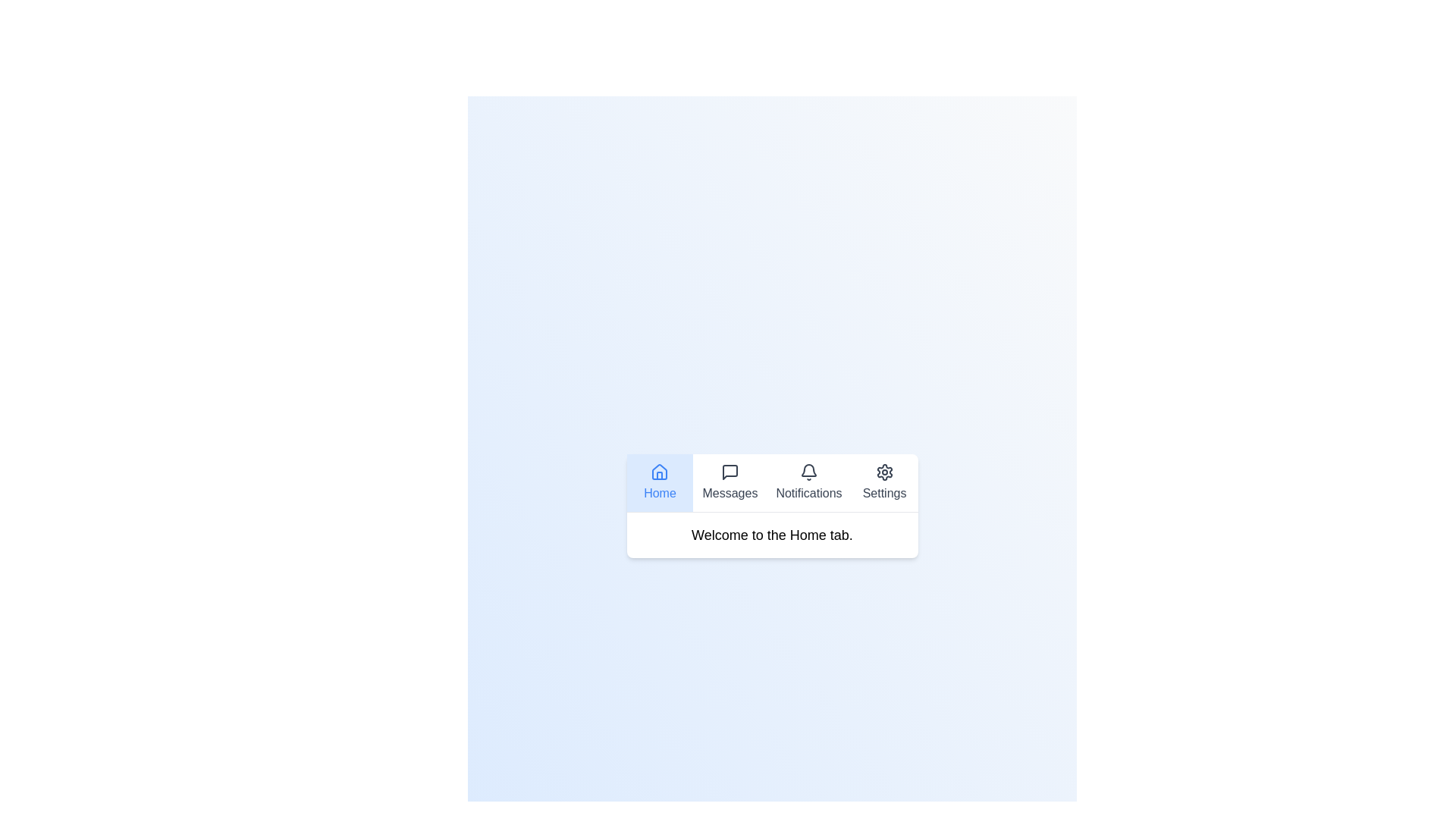 The height and width of the screenshot is (819, 1456). What do you see at coordinates (730, 482) in the screenshot?
I see `the 'Messages' navigation tab, which features a speech bubble icon and a label below it` at bounding box center [730, 482].